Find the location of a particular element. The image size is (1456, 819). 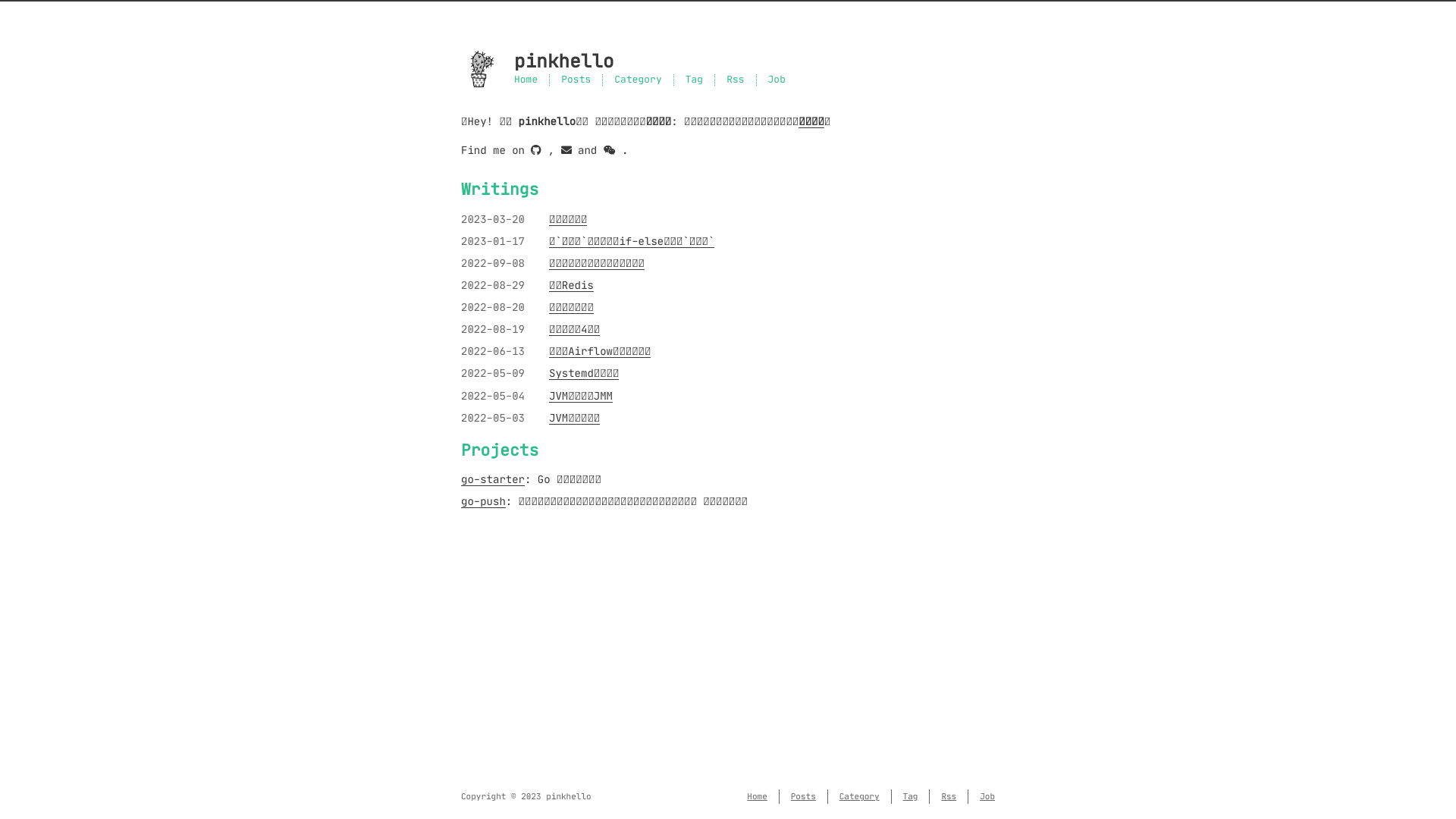

'Writings' is located at coordinates (499, 189).